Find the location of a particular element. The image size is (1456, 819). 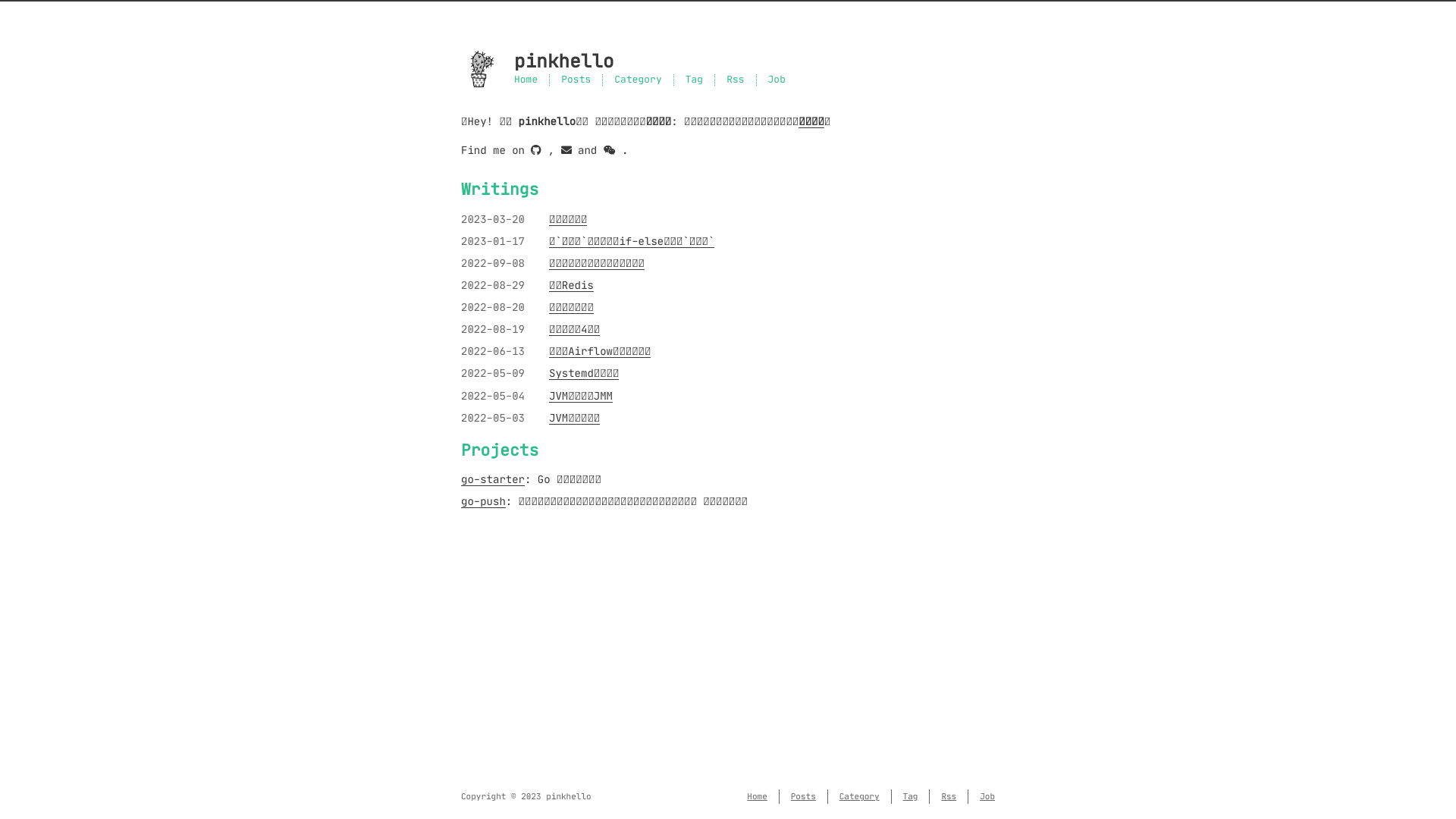

'Writings' is located at coordinates (499, 189).